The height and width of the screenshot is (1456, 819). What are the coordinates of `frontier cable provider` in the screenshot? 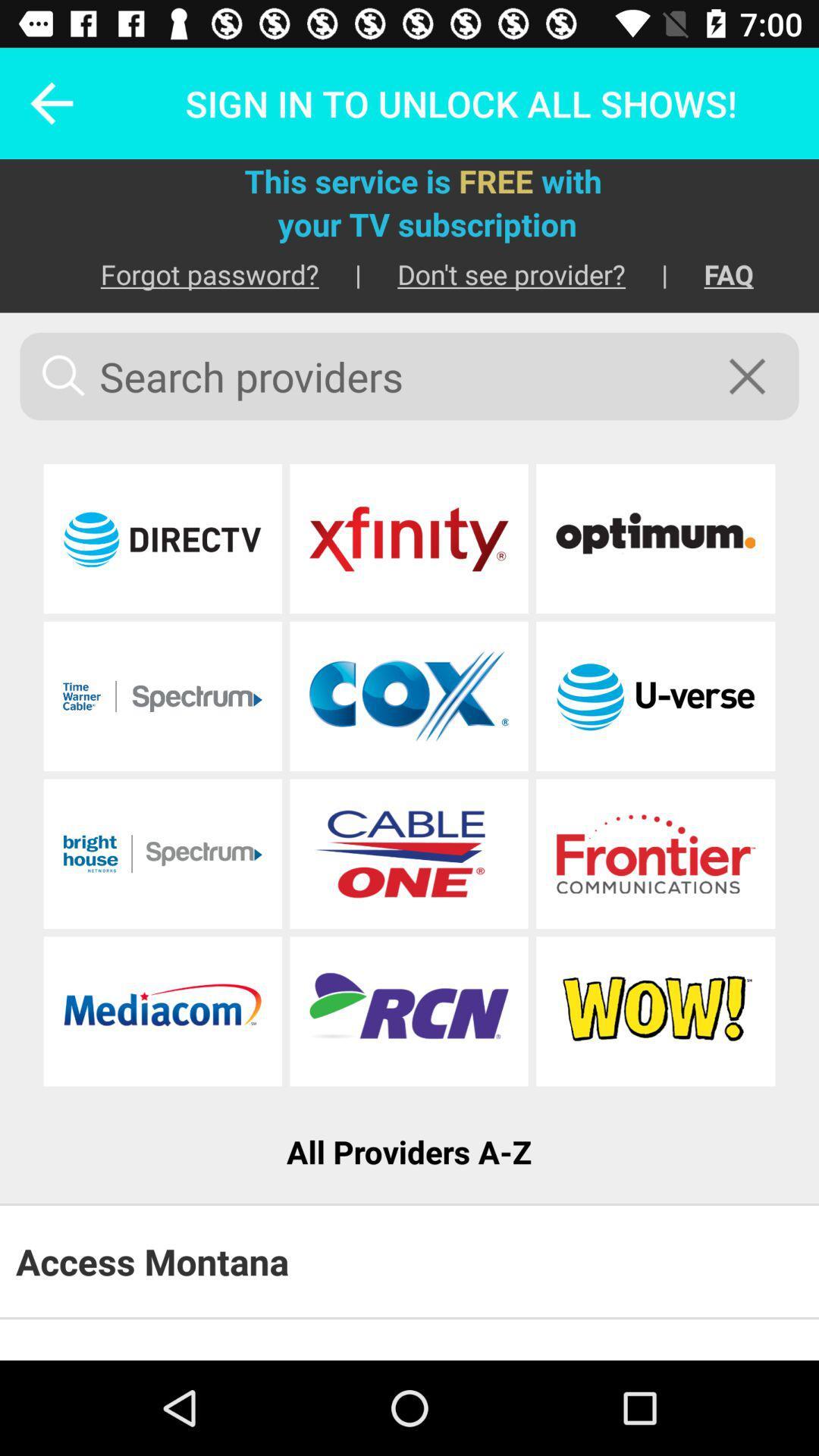 It's located at (654, 854).